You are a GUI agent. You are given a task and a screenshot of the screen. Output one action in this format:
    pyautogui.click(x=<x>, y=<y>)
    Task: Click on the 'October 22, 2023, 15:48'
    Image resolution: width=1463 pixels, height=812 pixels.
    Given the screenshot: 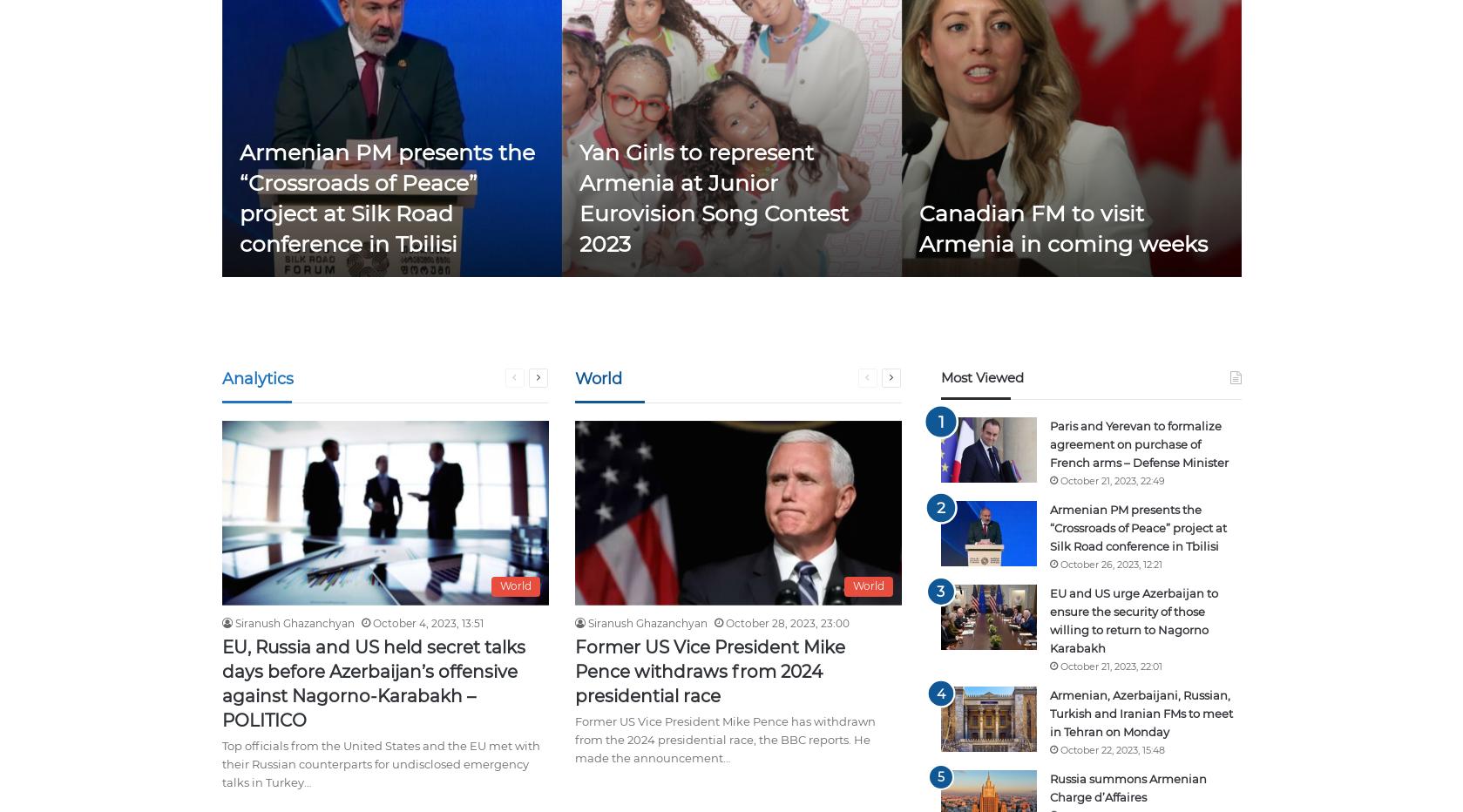 What is the action you would take?
    pyautogui.click(x=1111, y=748)
    